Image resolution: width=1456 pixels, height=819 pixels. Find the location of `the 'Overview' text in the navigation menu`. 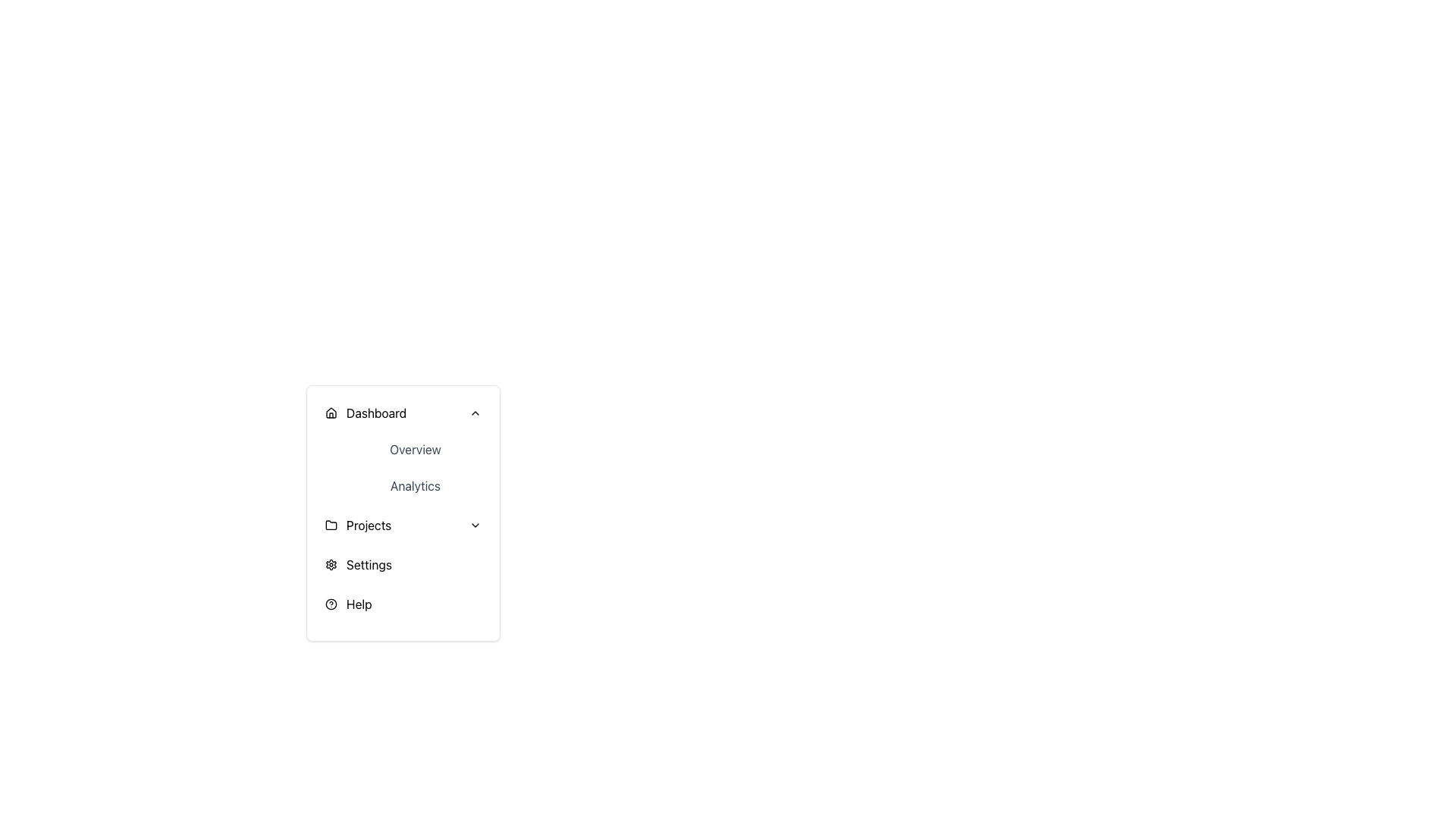

the 'Overview' text in the navigation menu is located at coordinates (403, 449).